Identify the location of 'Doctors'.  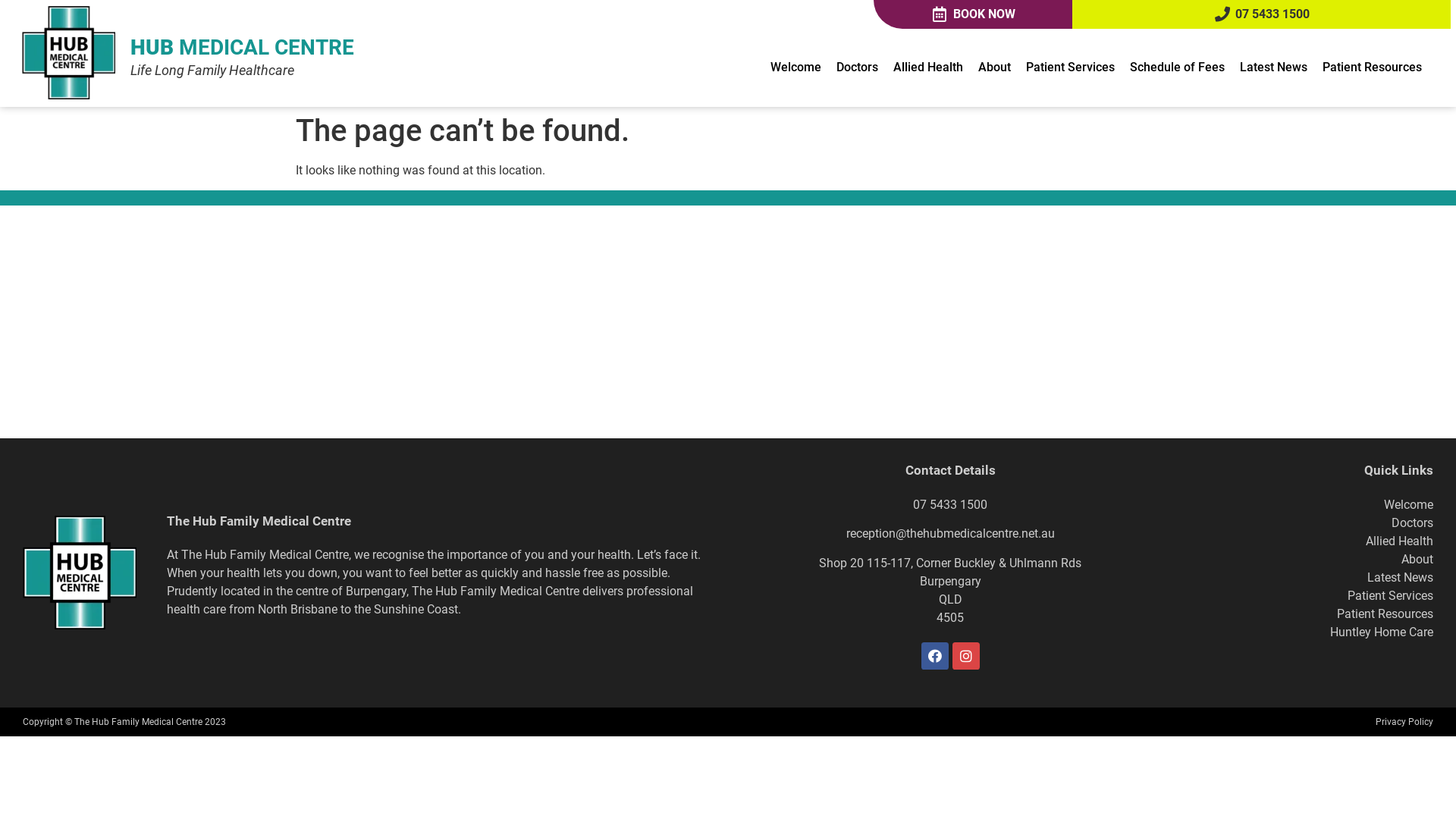
(1411, 522).